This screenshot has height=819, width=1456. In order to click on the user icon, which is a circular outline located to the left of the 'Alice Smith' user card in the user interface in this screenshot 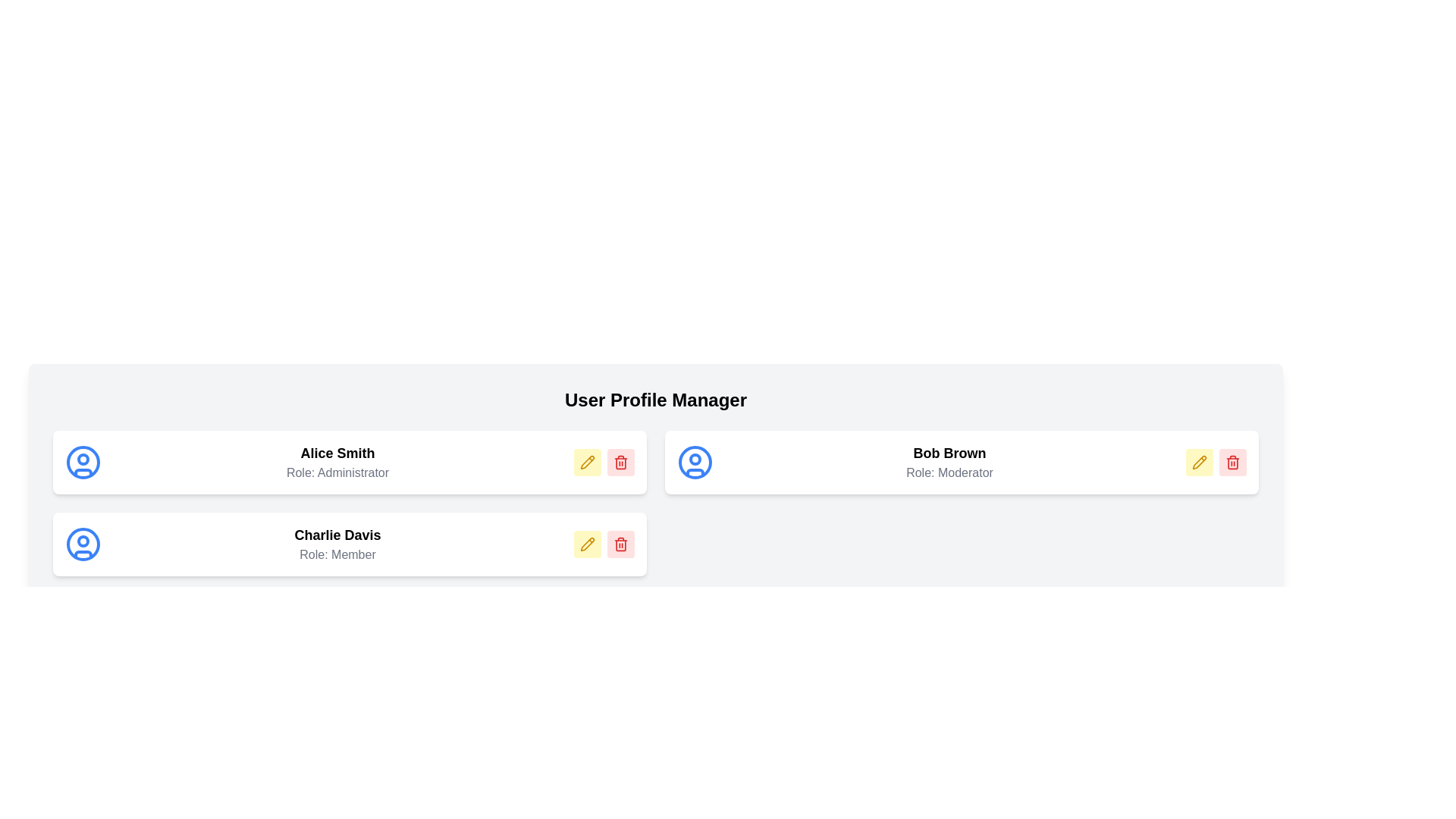, I will do `click(83, 461)`.